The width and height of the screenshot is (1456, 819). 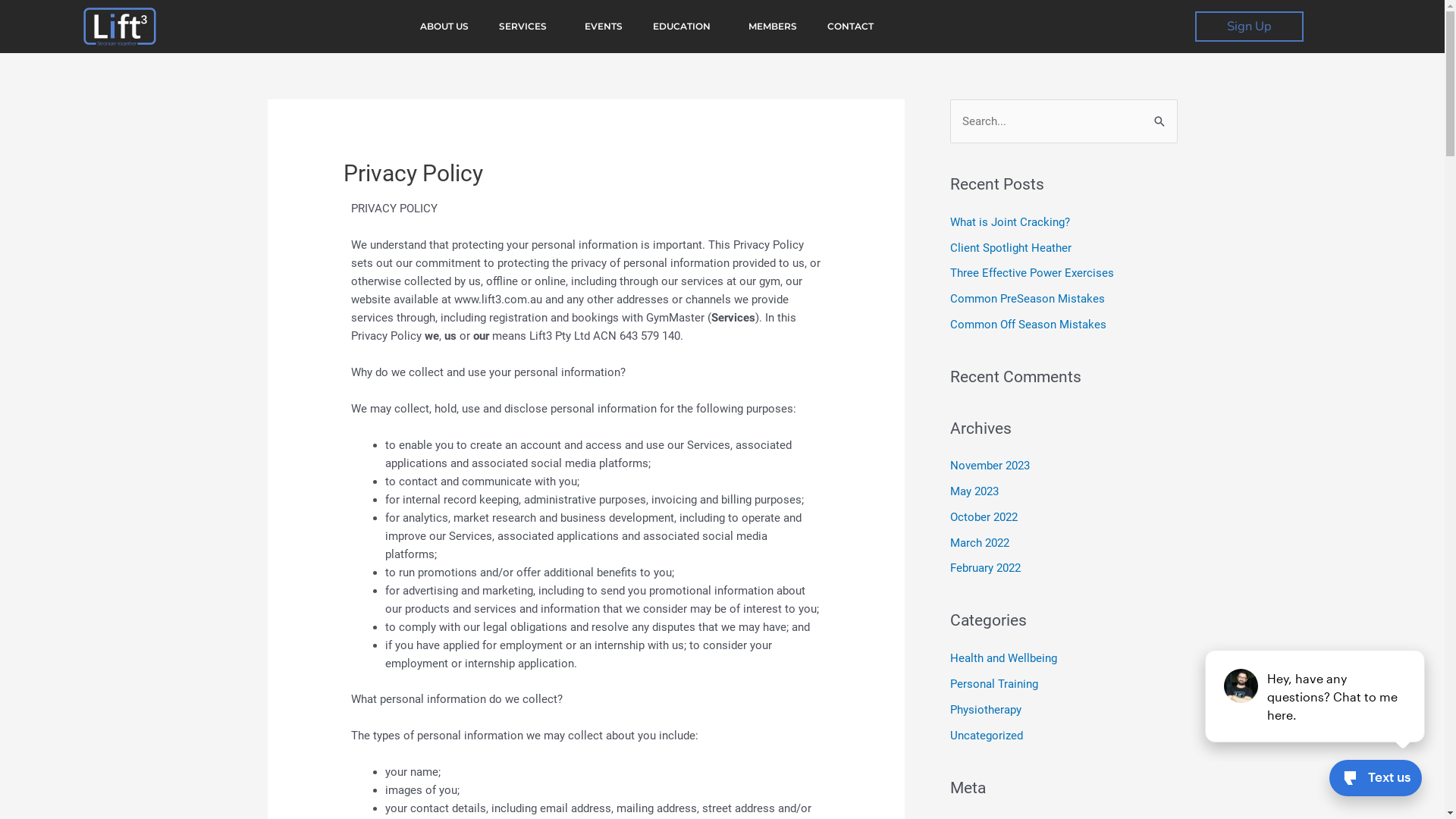 I want to click on 'Uncategorized', so click(x=986, y=734).